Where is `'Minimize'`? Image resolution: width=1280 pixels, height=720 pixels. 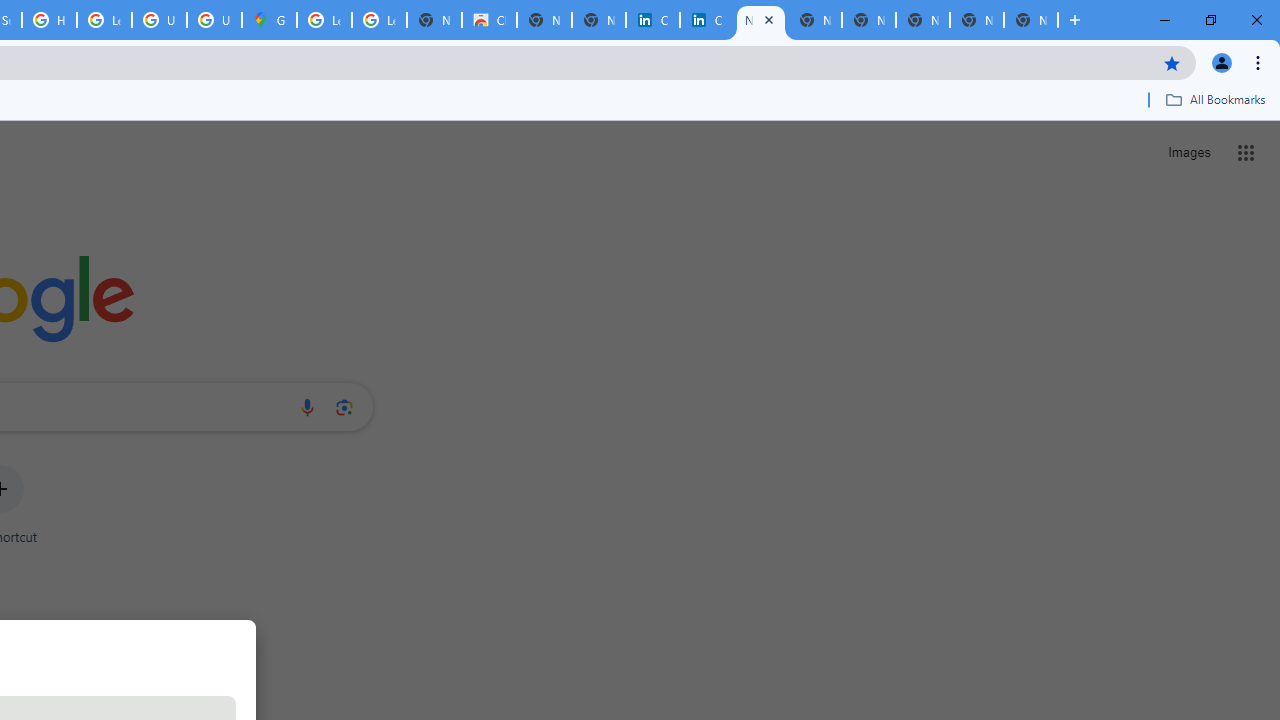
'Minimize' is located at coordinates (1165, 20).